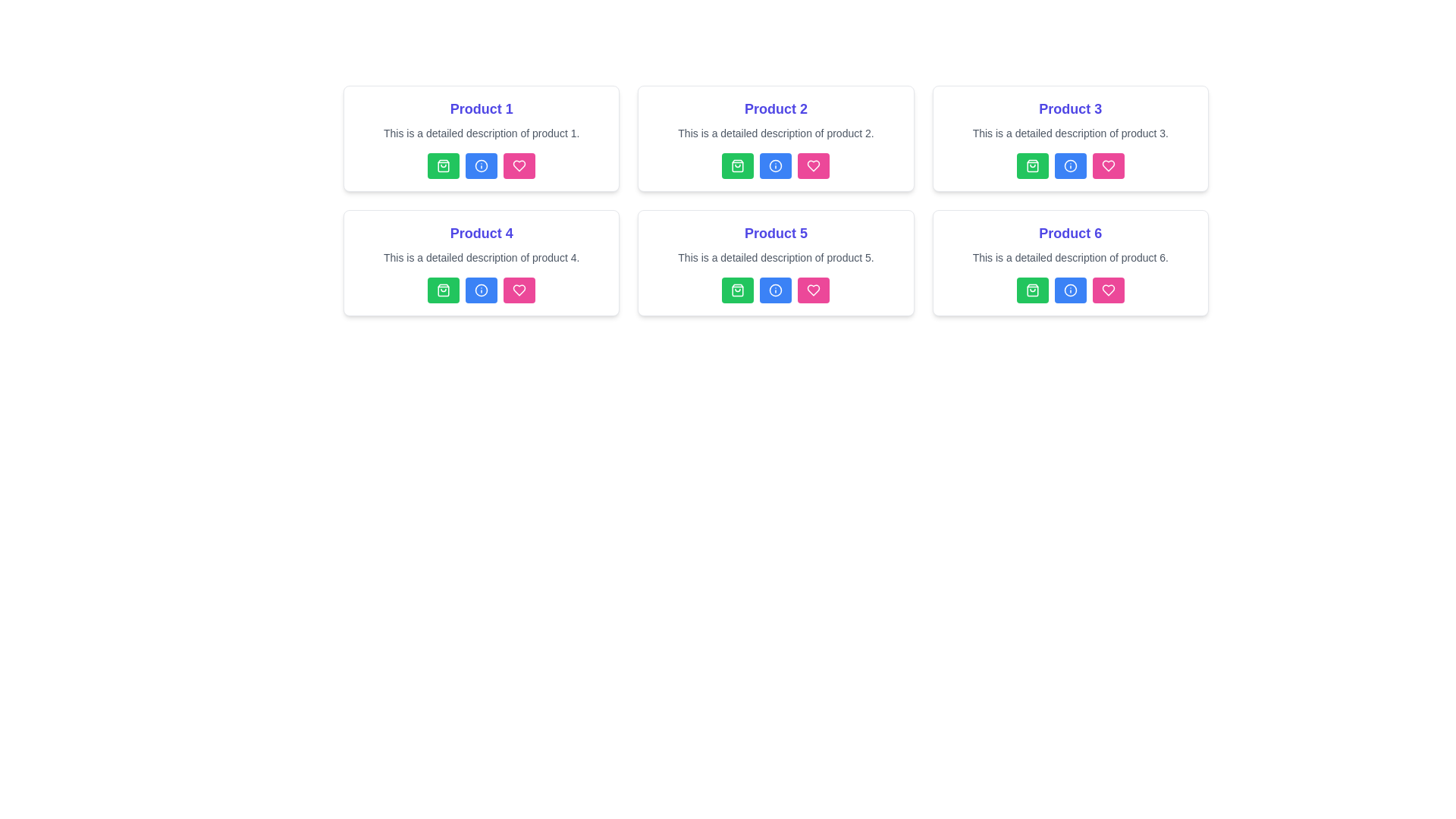 This screenshot has width=1456, height=819. I want to click on the third button from the left in the row below 'Product 4' to change its appearance, so click(519, 290).